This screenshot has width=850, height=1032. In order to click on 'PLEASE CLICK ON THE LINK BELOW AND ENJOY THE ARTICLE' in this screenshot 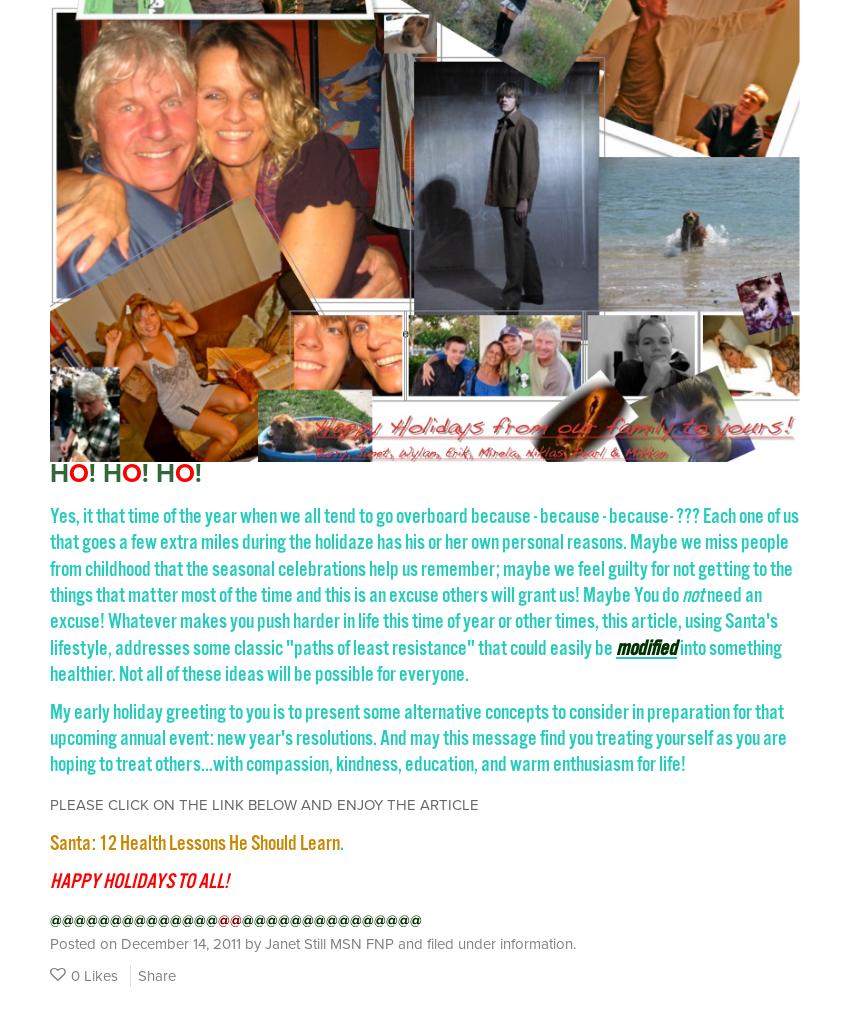, I will do `click(263, 804)`.